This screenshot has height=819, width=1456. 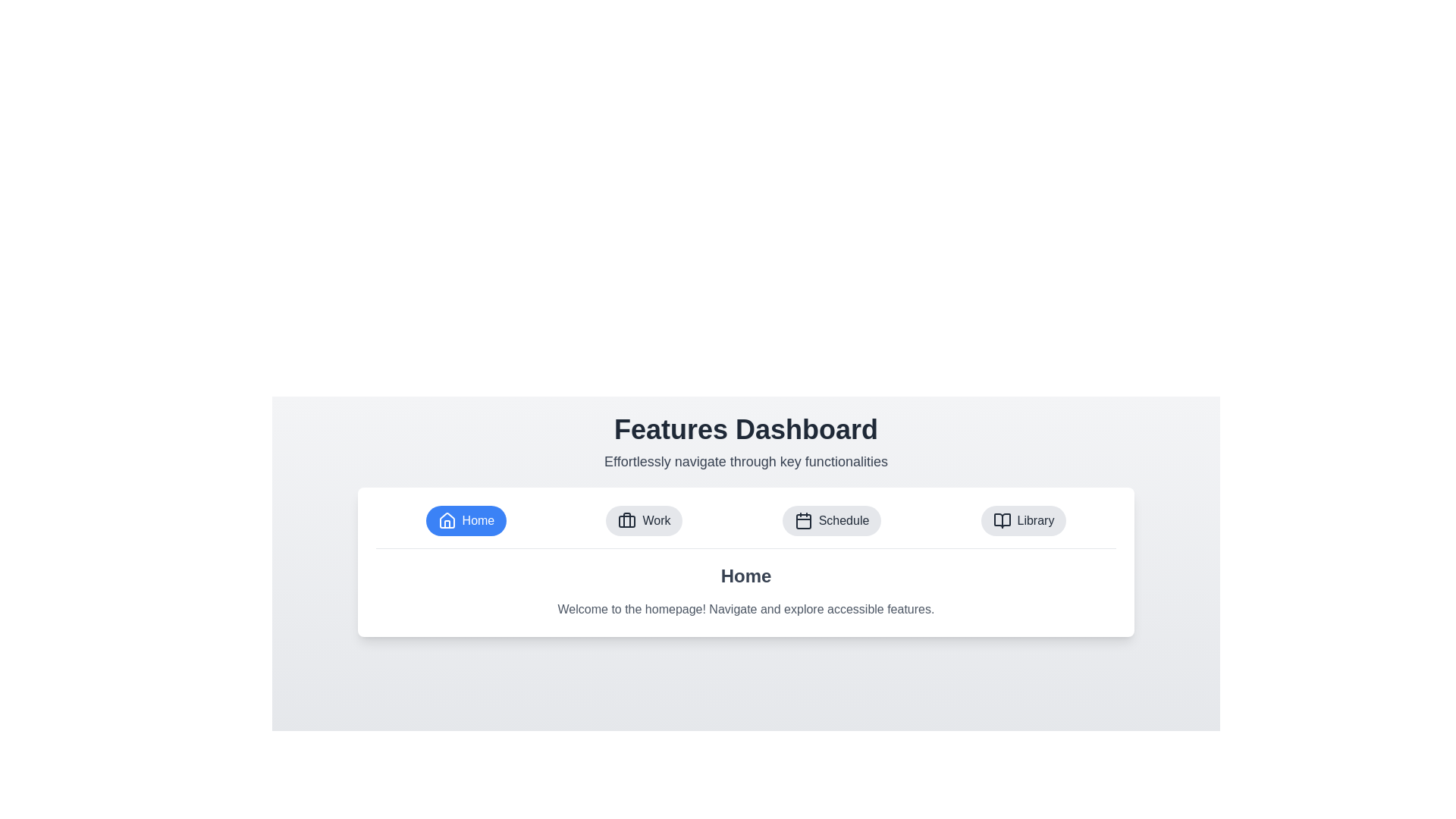 What do you see at coordinates (830, 519) in the screenshot?
I see `the Schedule tab to observe its visual feedback` at bounding box center [830, 519].